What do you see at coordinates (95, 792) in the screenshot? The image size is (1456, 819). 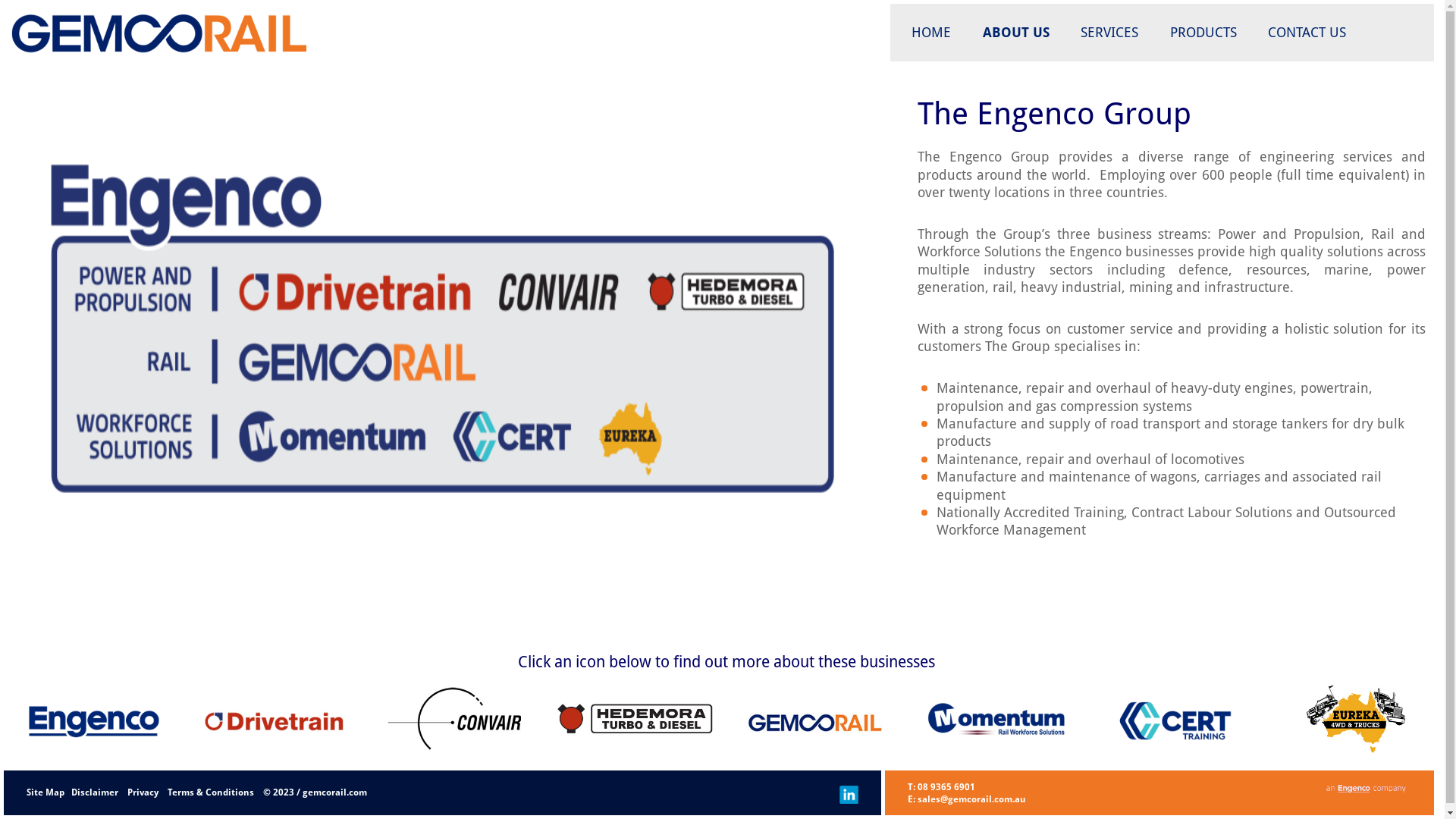 I see `'Disclaimer'` at bounding box center [95, 792].